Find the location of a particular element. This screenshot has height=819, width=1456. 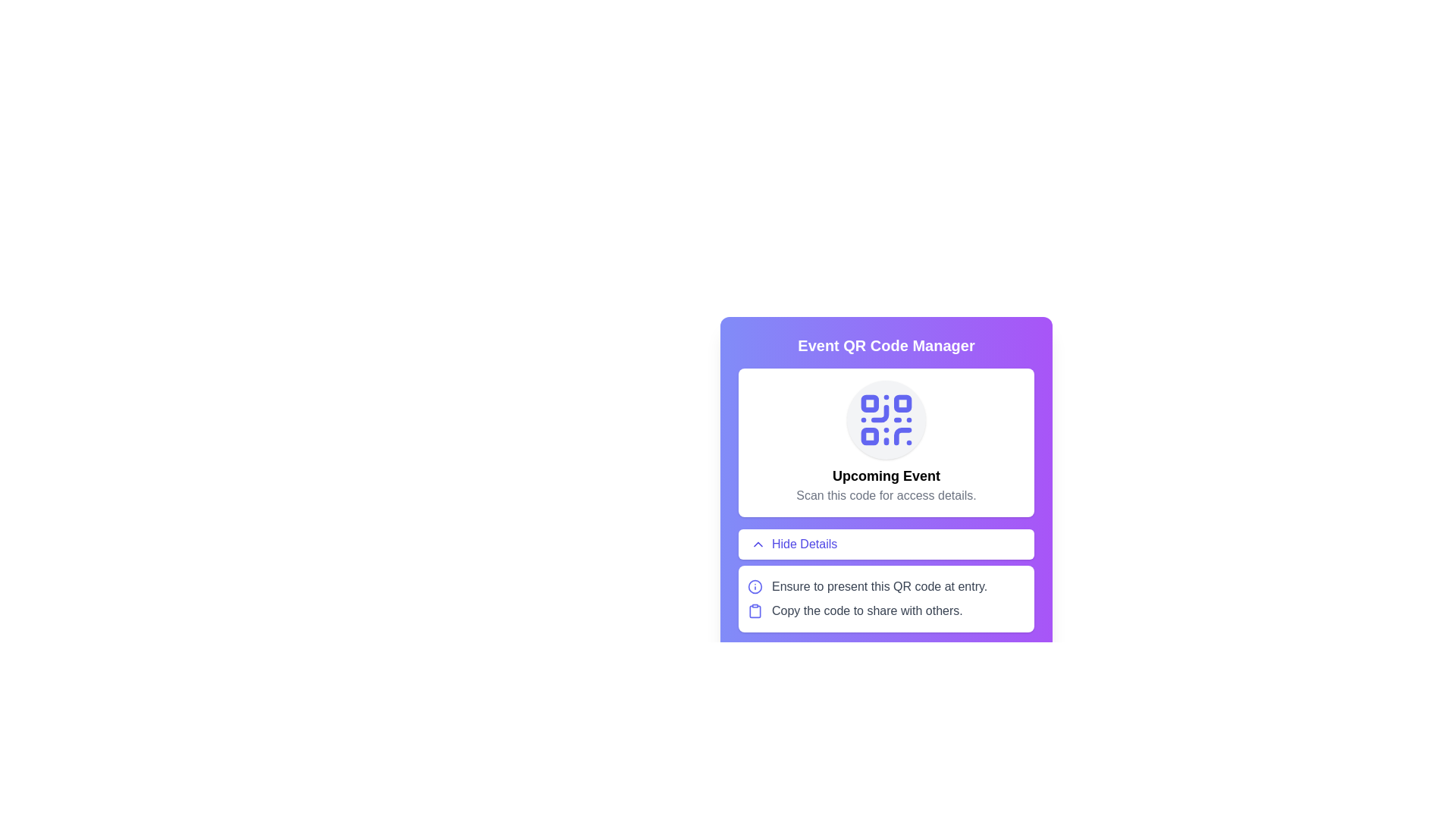

the static text element that says 'Scan this code for access details.' positioned beneath the 'Upcoming Event' title is located at coordinates (886, 496).